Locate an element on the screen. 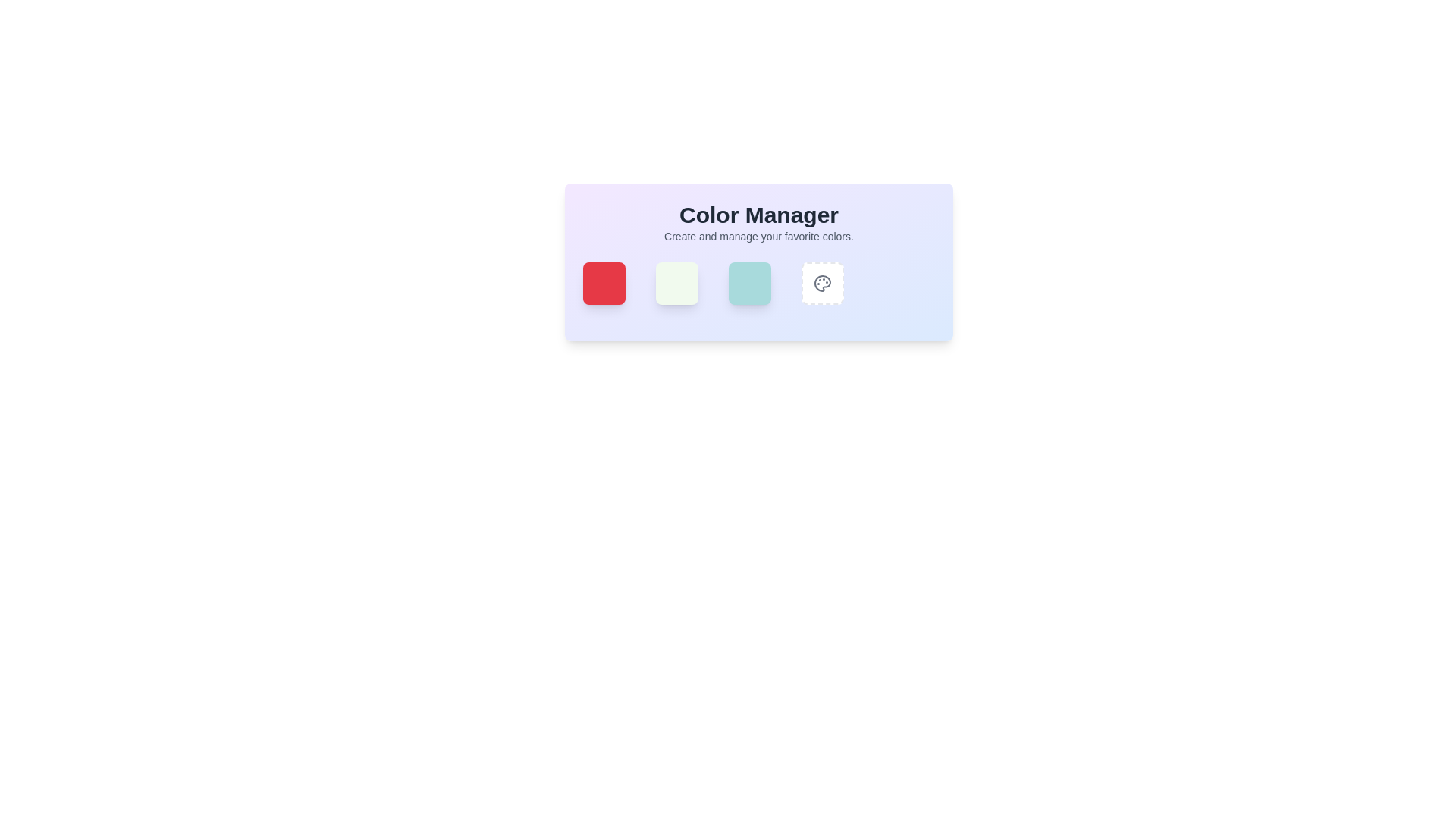 The width and height of the screenshot is (1456, 819). the third selectable button in the Color Manager section is located at coordinates (759, 284).